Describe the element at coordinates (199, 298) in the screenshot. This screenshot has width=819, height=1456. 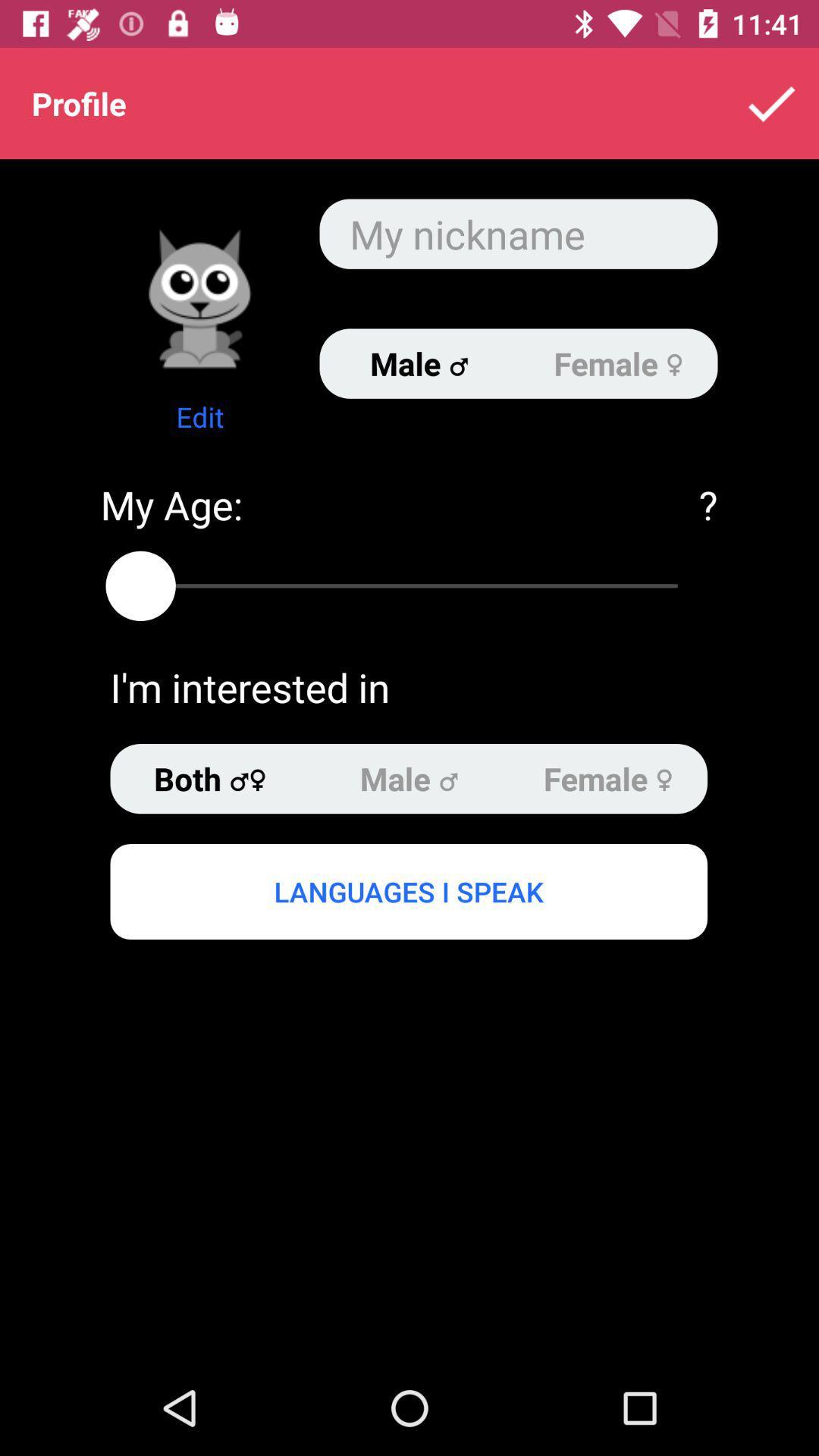
I see `change profile icon` at that location.